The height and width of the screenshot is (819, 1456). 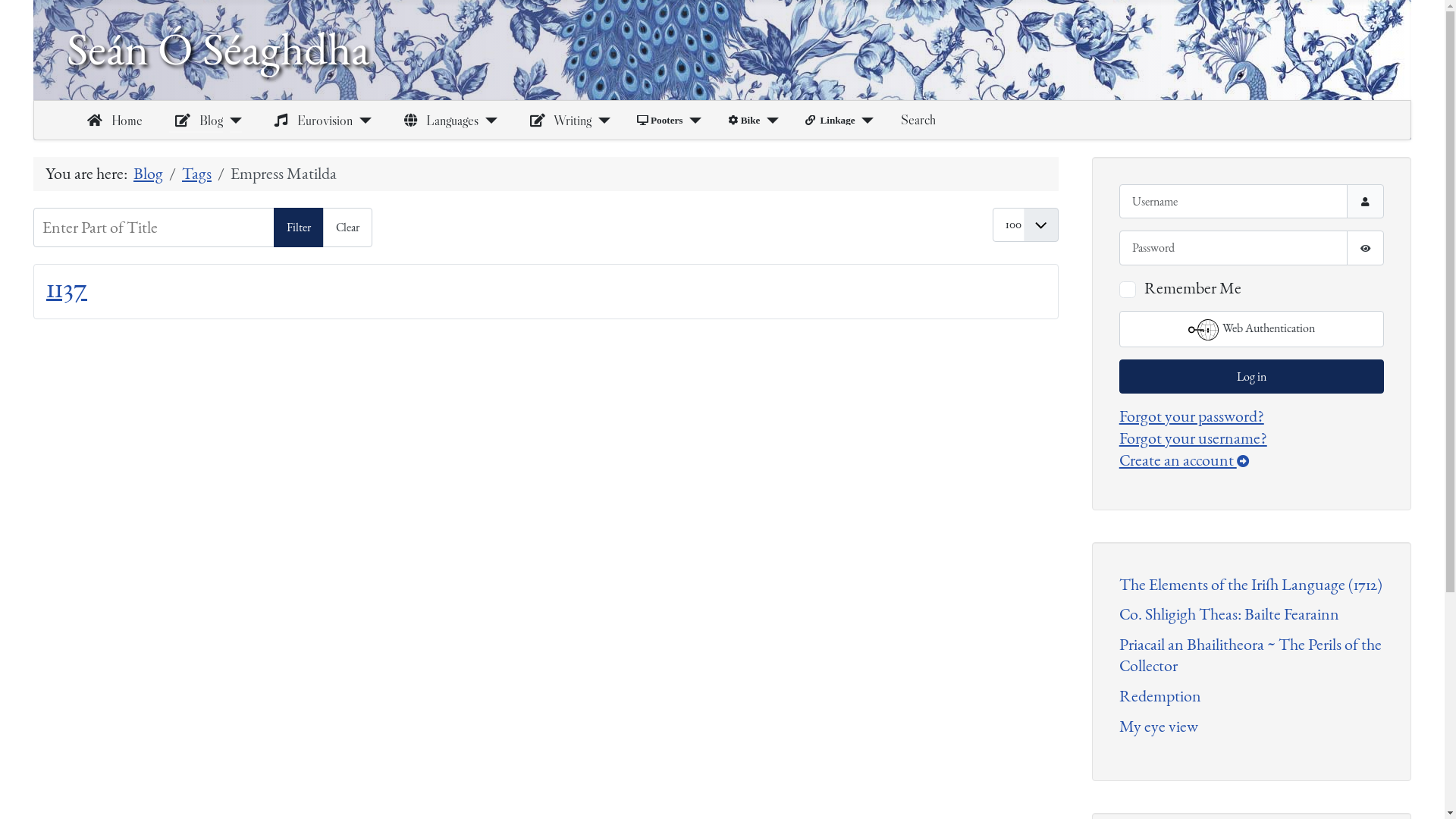 What do you see at coordinates (1365, 246) in the screenshot?
I see `'Show Password'` at bounding box center [1365, 246].